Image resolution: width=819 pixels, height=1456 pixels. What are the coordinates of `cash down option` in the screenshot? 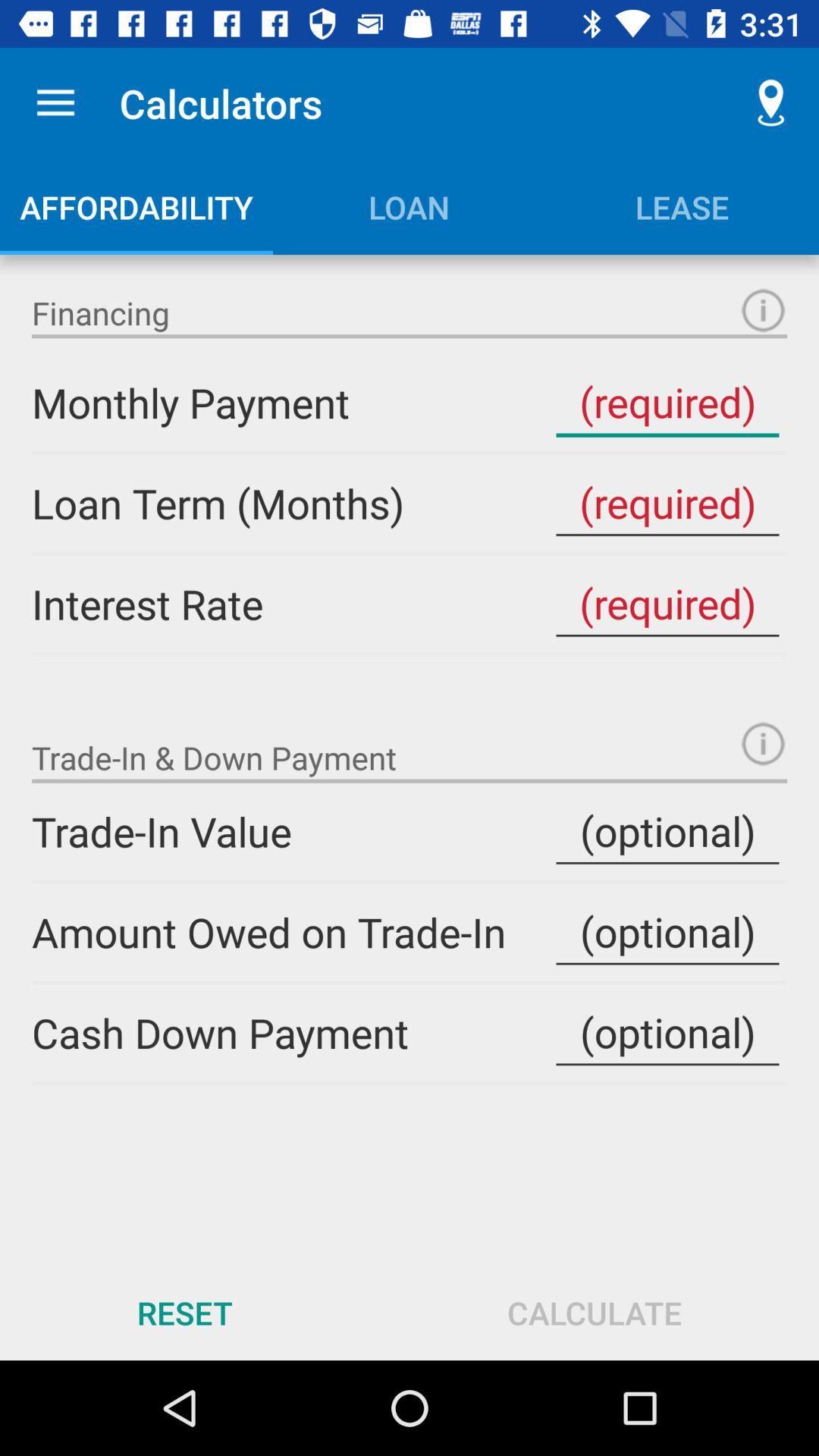 It's located at (667, 1032).